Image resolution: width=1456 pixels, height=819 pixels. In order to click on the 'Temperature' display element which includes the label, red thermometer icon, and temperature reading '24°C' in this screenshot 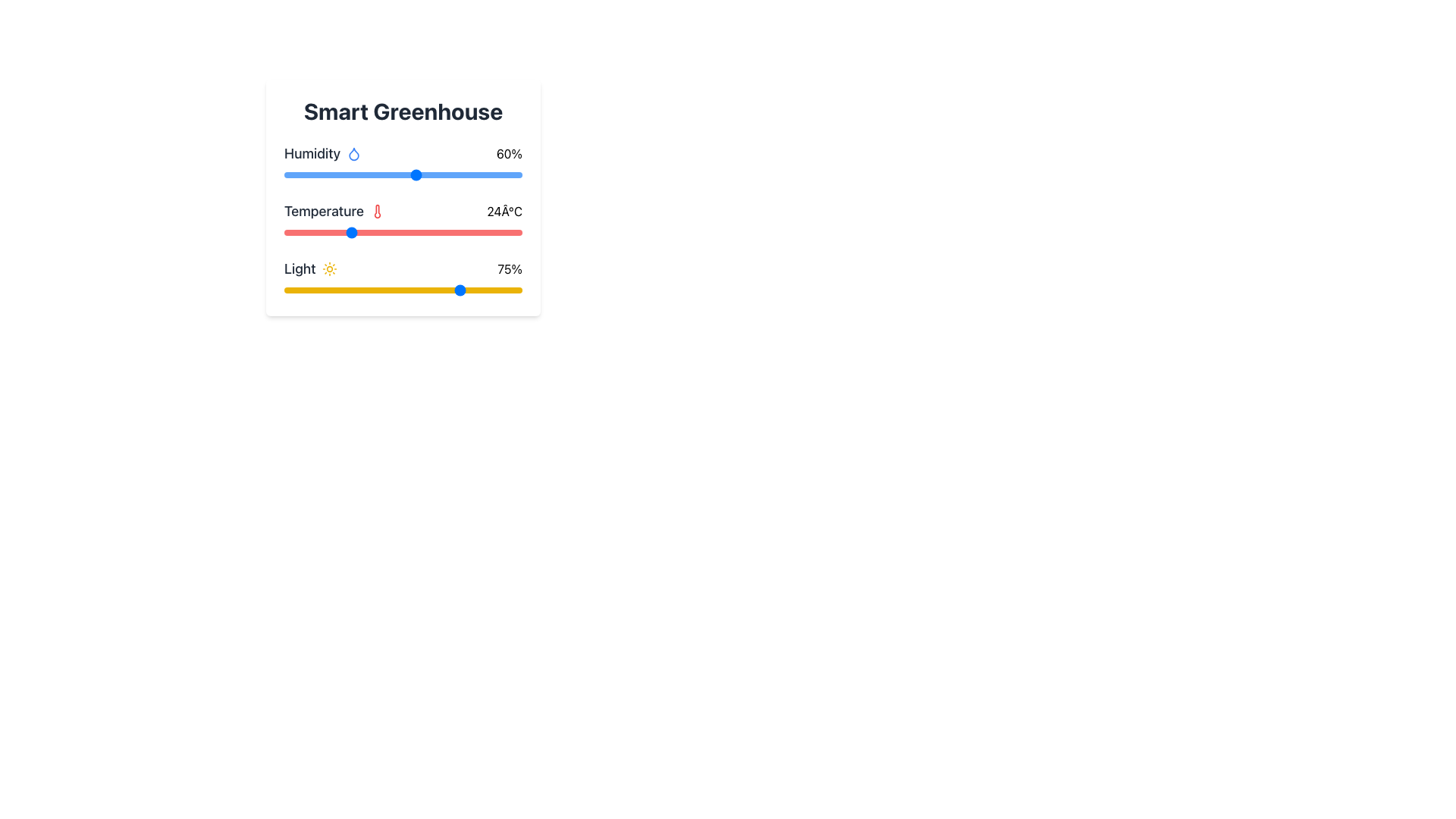, I will do `click(403, 211)`.